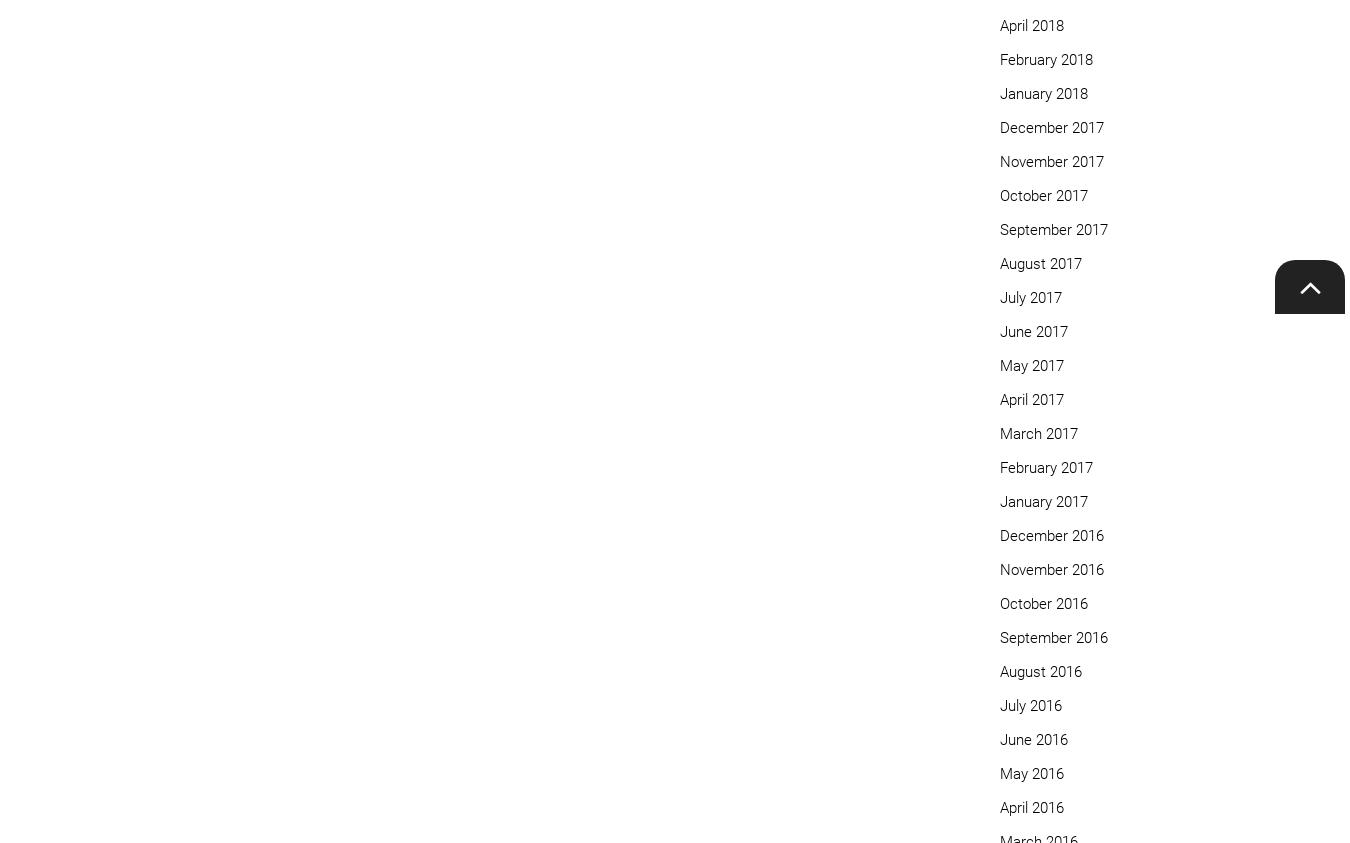 Image resolution: width=1350 pixels, height=843 pixels. Describe the element at coordinates (1052, 161) in the screenshot. I see `'November 2017'` at that location.